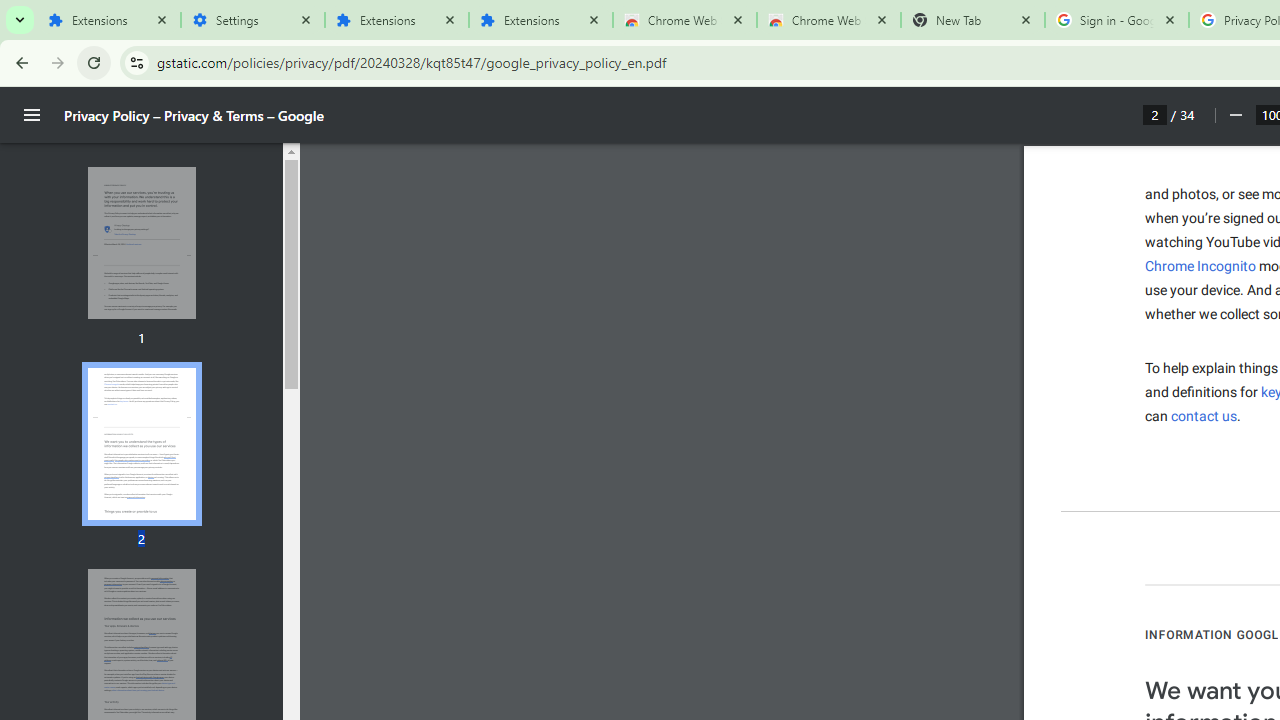 The height and width of the screenshot is (720, 1280). Describe the element at coordinates (828, 20) in the screenshot. I see `'Chrome Web Store - Themes'` at that location.